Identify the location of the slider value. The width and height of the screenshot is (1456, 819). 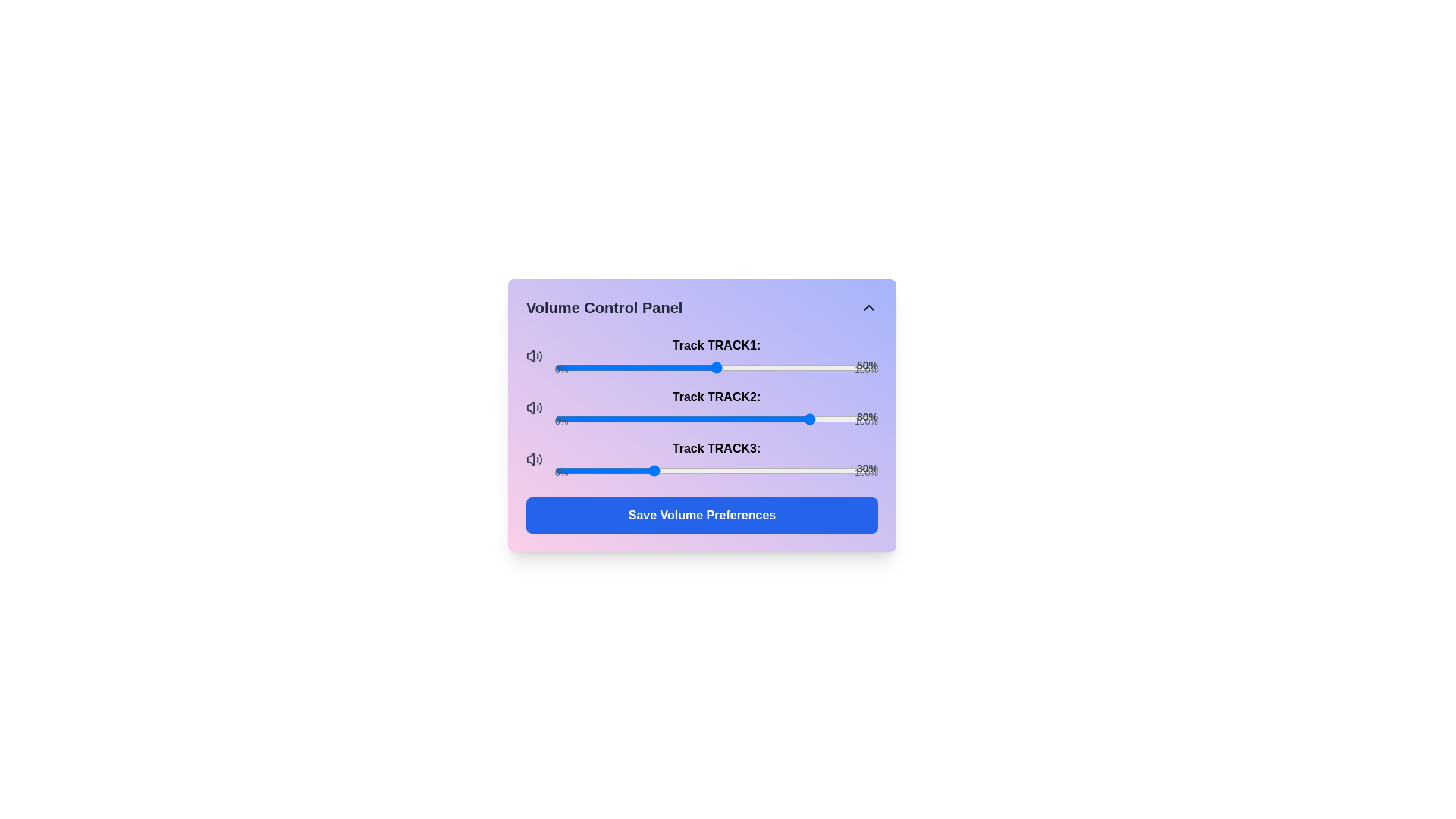
(733, 470).